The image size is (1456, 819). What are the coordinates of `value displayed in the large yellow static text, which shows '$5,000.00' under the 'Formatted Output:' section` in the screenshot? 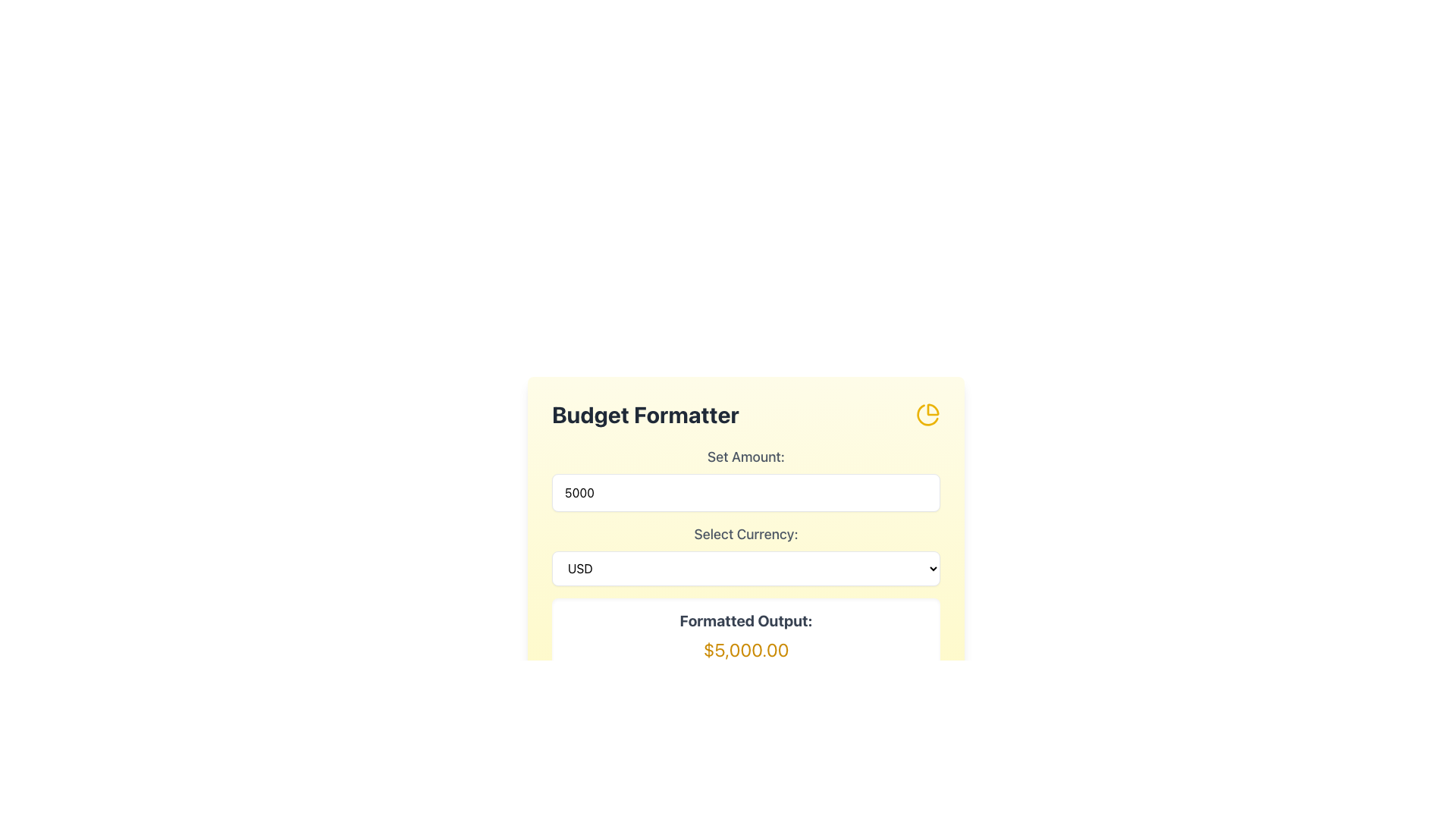 It's located at (745, 648).